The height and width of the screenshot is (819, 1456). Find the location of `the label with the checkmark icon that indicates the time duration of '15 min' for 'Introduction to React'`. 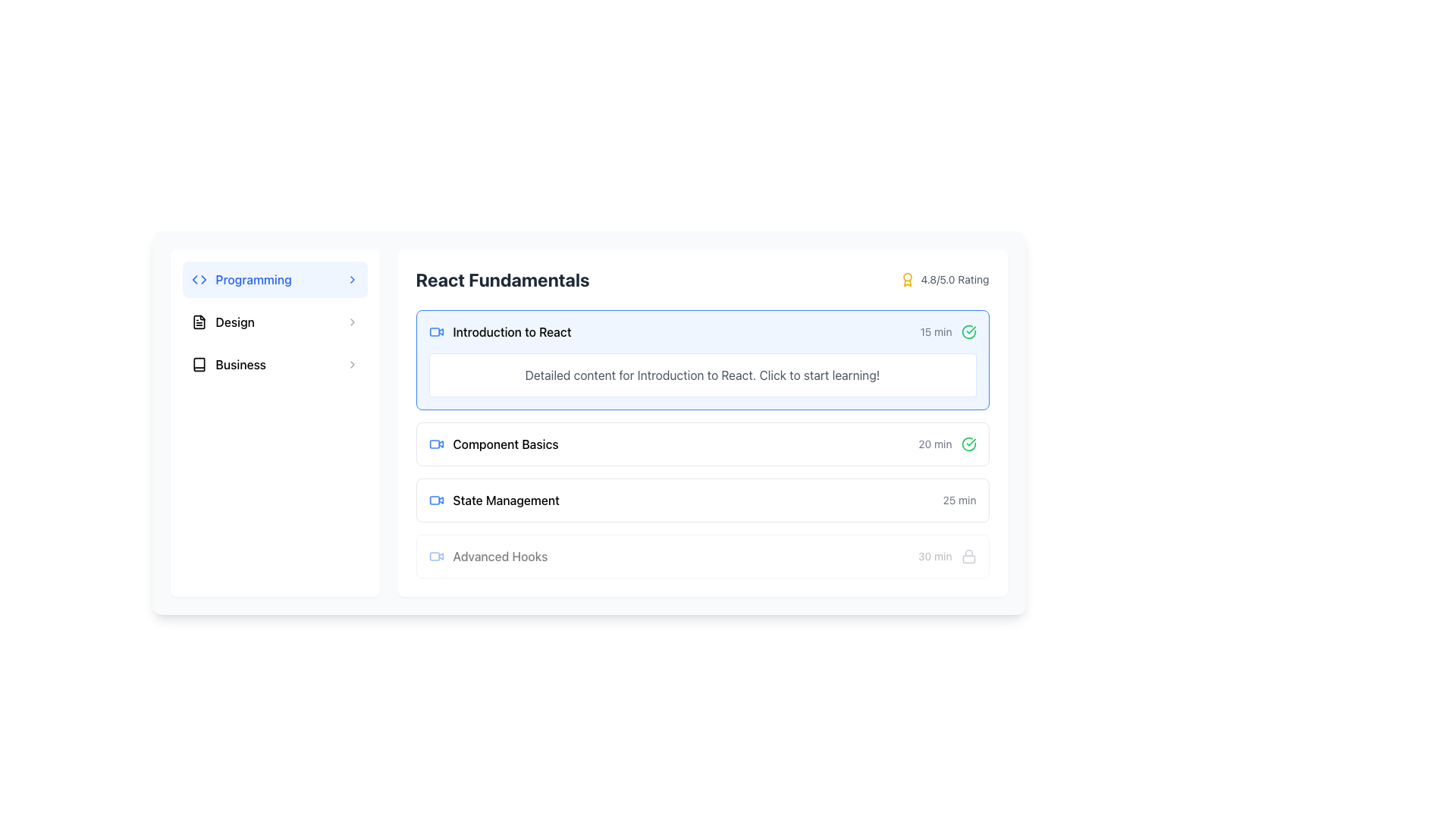

the label with the checkmark icon that indicates the time duration of '15 min' for 'Introduction to React' is located at coordinates (947, 331).